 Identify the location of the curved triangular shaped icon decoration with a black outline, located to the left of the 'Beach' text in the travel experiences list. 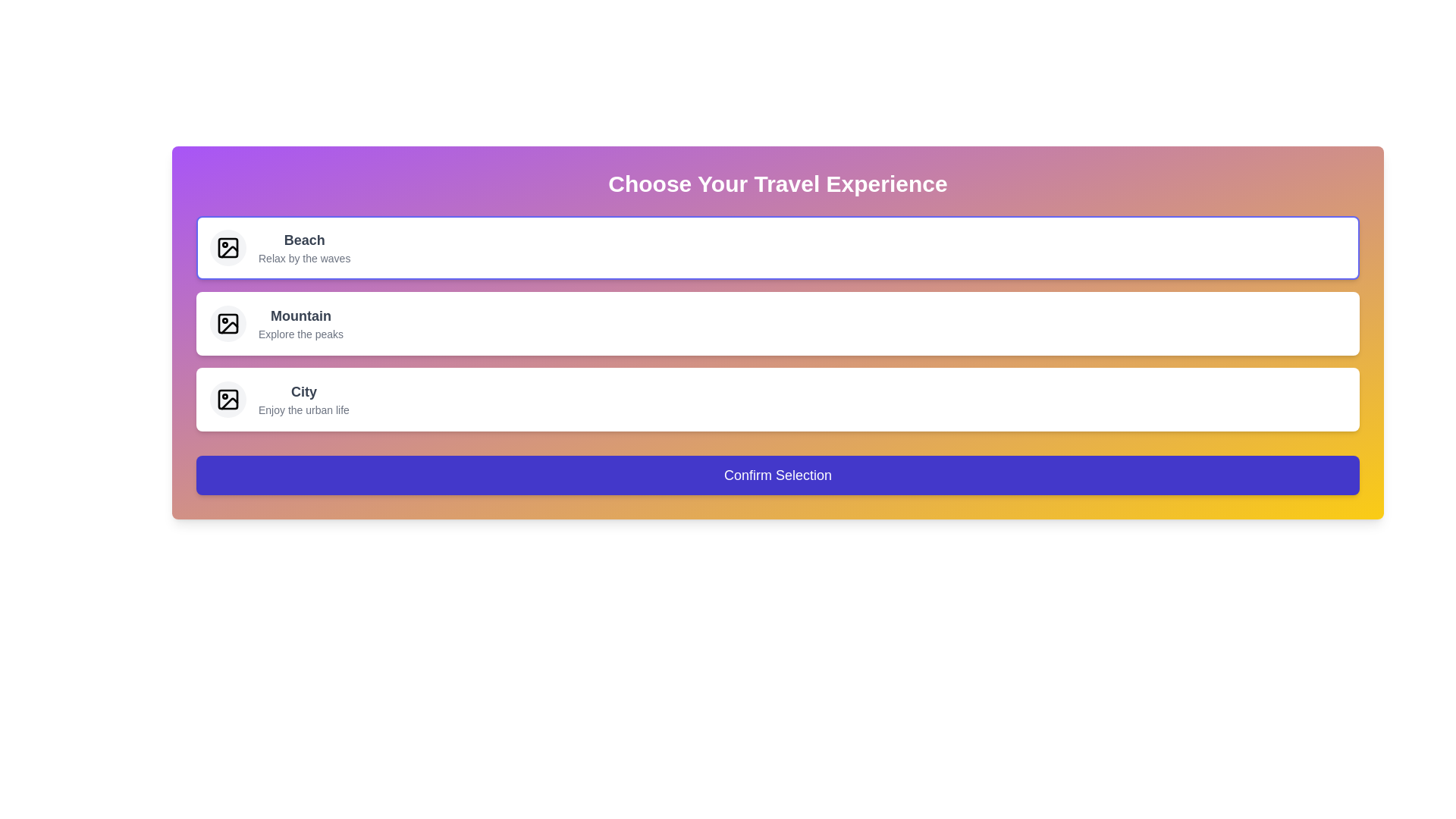
(228, 250).